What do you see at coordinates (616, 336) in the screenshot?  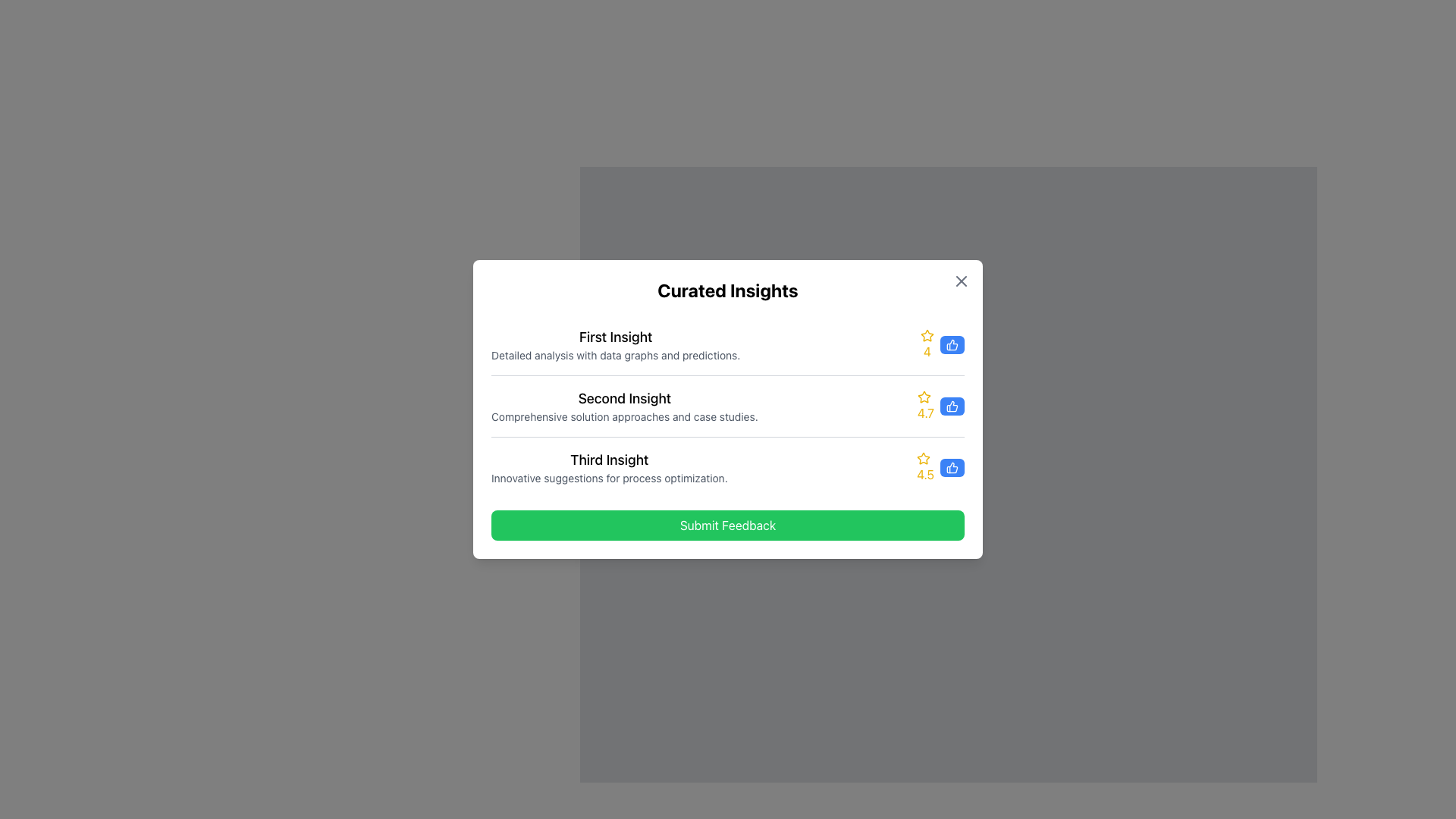 I see `static text header that serves as the title for the first section within the 'Curated Insights' modal, located near the top of the content section` at bounding box center [616, 336].